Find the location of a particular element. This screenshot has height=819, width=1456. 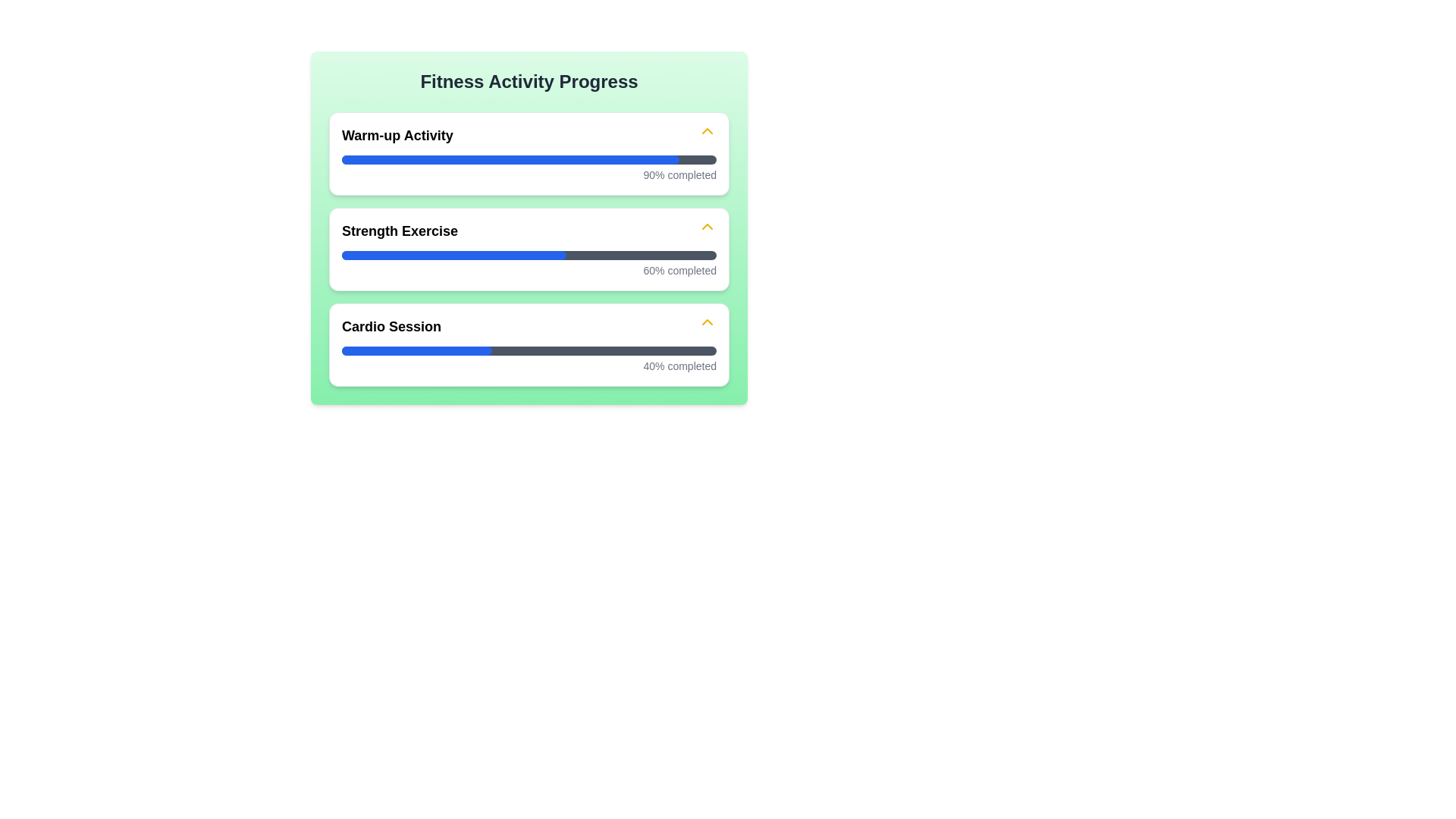

the blue progress bar segment representing 90% completion within the 'Warm-up Activity' section is located at coordinates (510, 160).